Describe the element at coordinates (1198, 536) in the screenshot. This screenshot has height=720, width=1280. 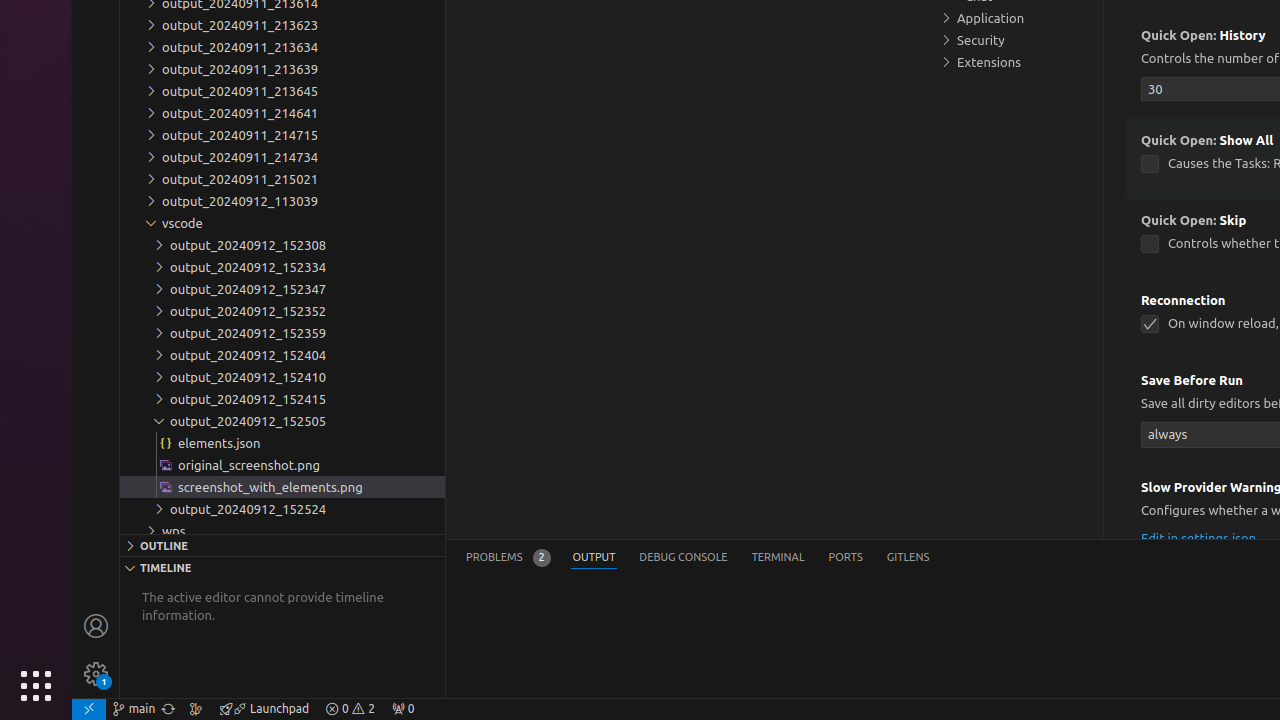
I see `'Edit in settings.json: task.slowProviderWarning'` at that location.